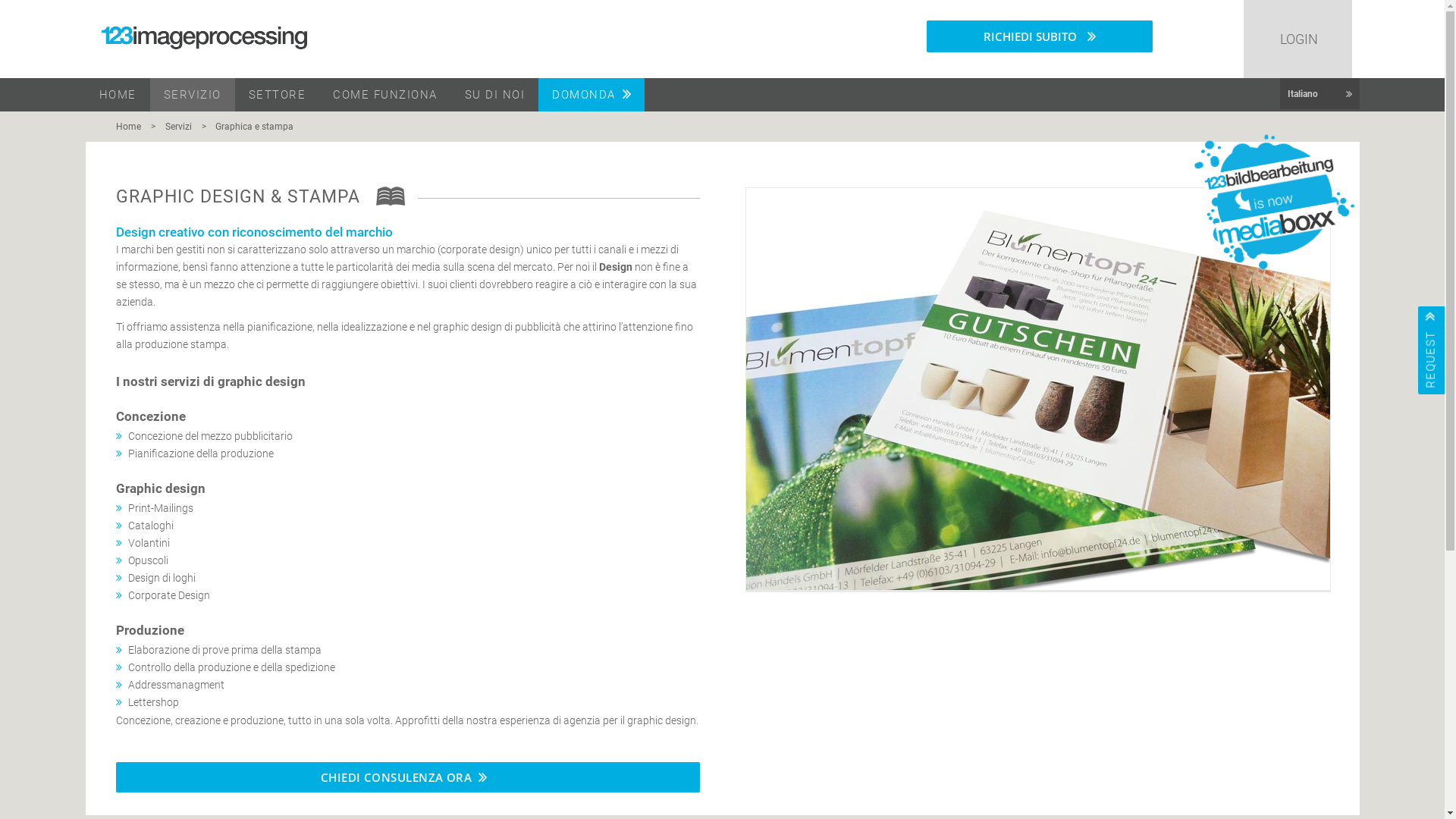  What do you see at coordinates (590, 94) in the screenshot?
I see `'DOMONDA'` at bounding box center [590, 94].